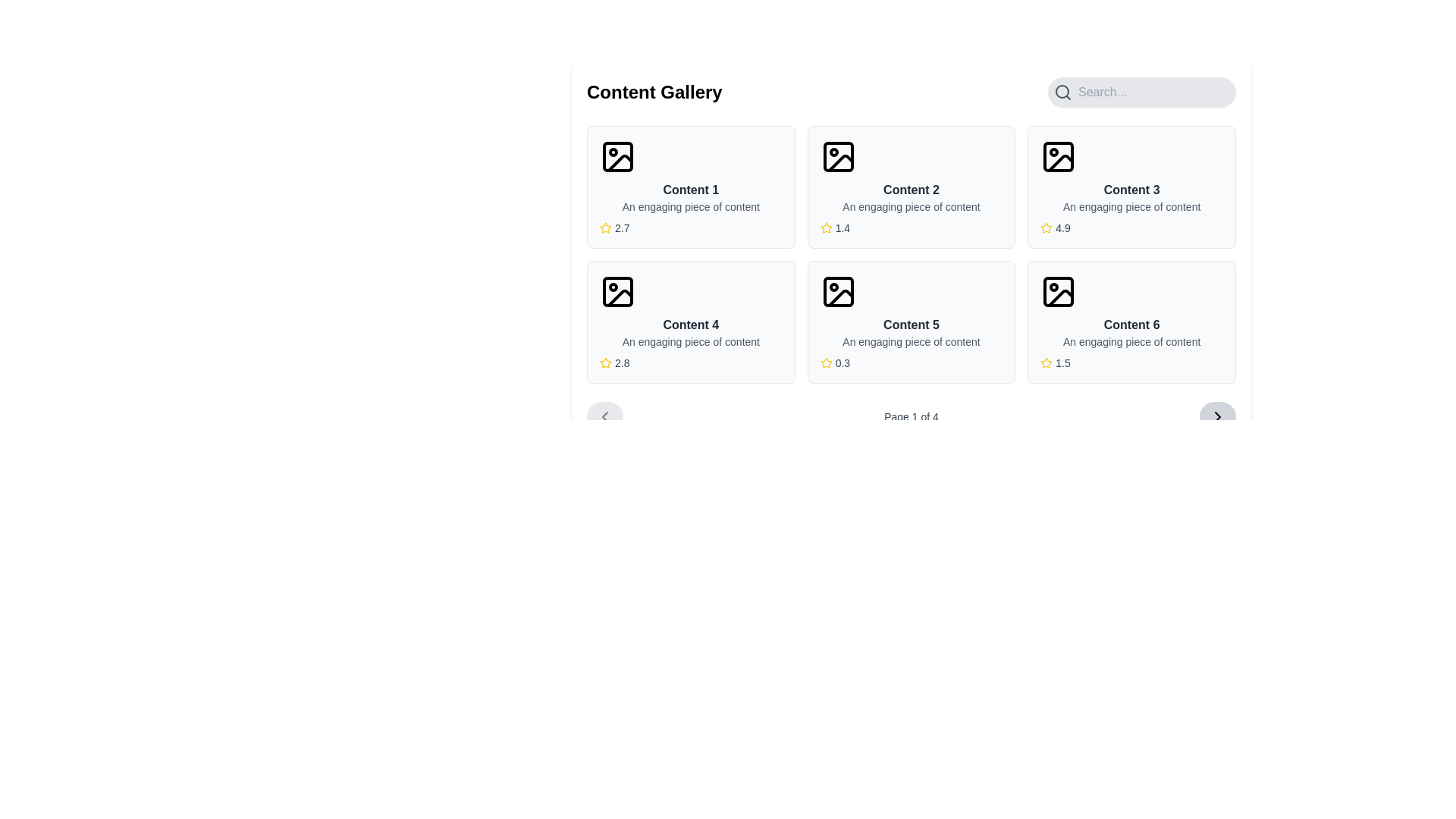 This screenshot has height=819, width=1456. Describe the element at coordinates (1046, 227) in the screenshot. I see `the star icon representing a rating value of '4.9' in the content card for 'Content 3', located in the right column of the first row` at that location.